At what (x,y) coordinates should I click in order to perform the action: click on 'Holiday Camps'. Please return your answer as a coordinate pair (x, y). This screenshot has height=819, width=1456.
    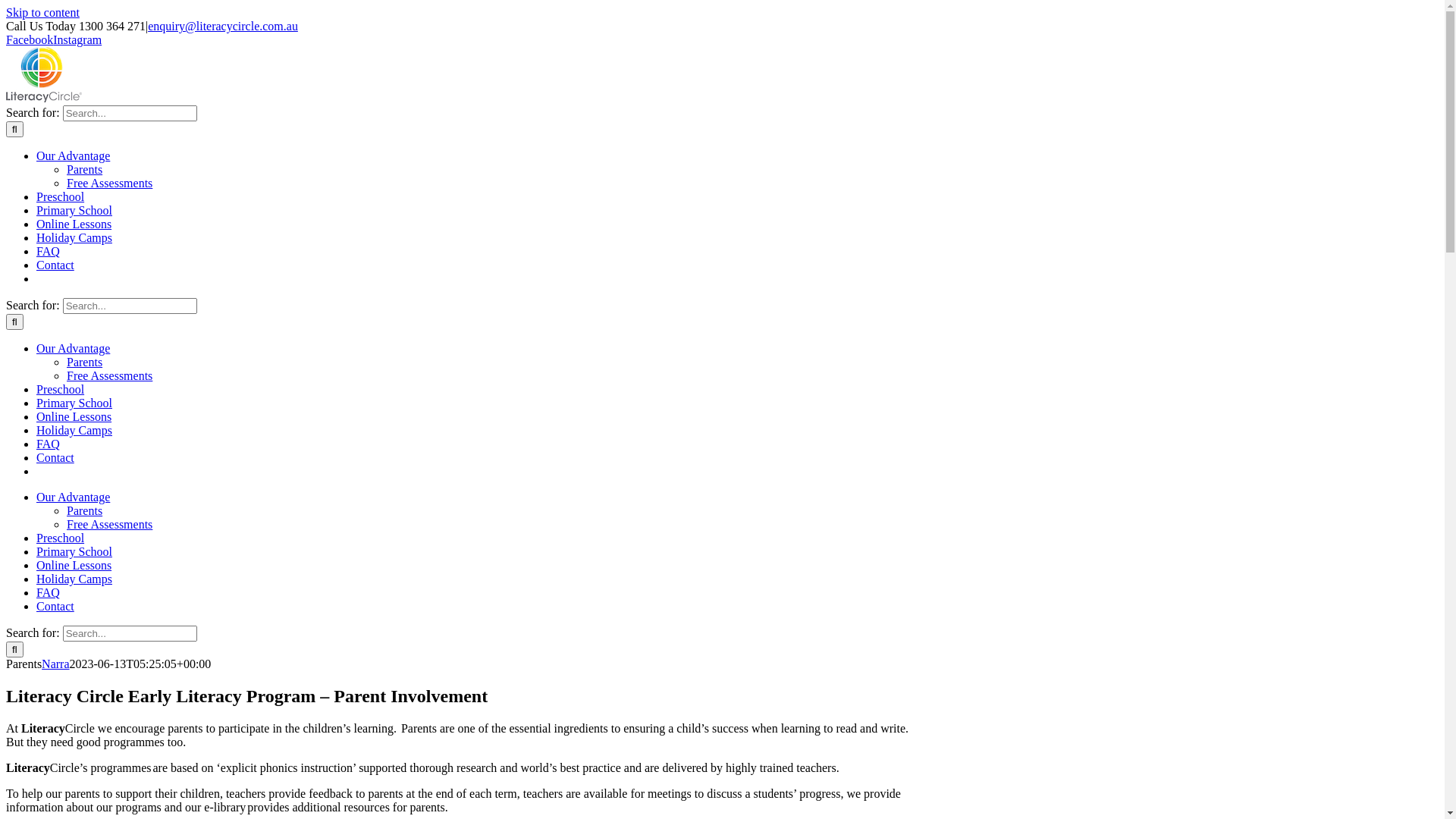
    Looking at the image, I should click on (73, 579).